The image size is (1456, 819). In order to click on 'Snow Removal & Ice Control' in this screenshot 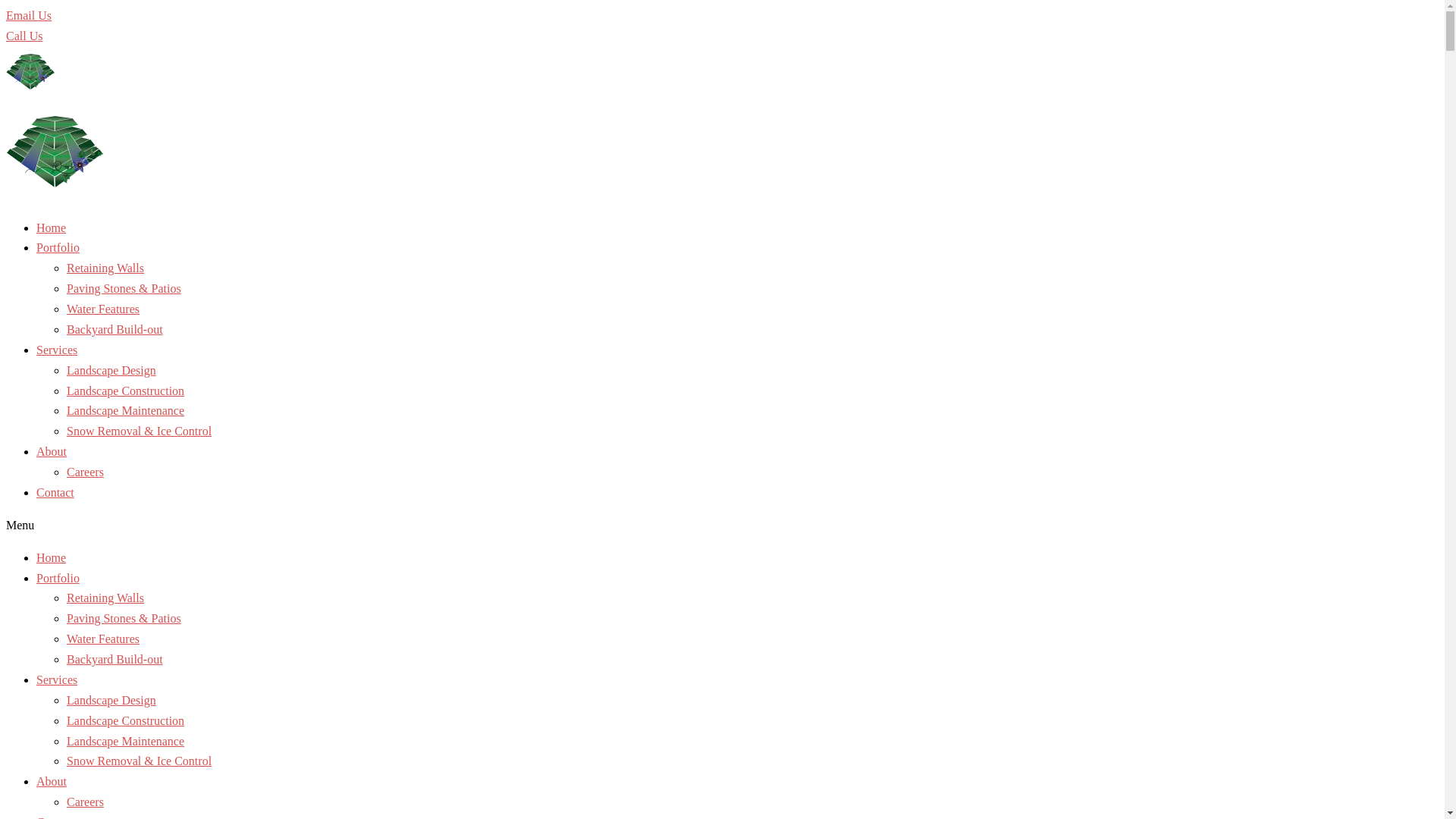, I will do `click(139, 761)`.